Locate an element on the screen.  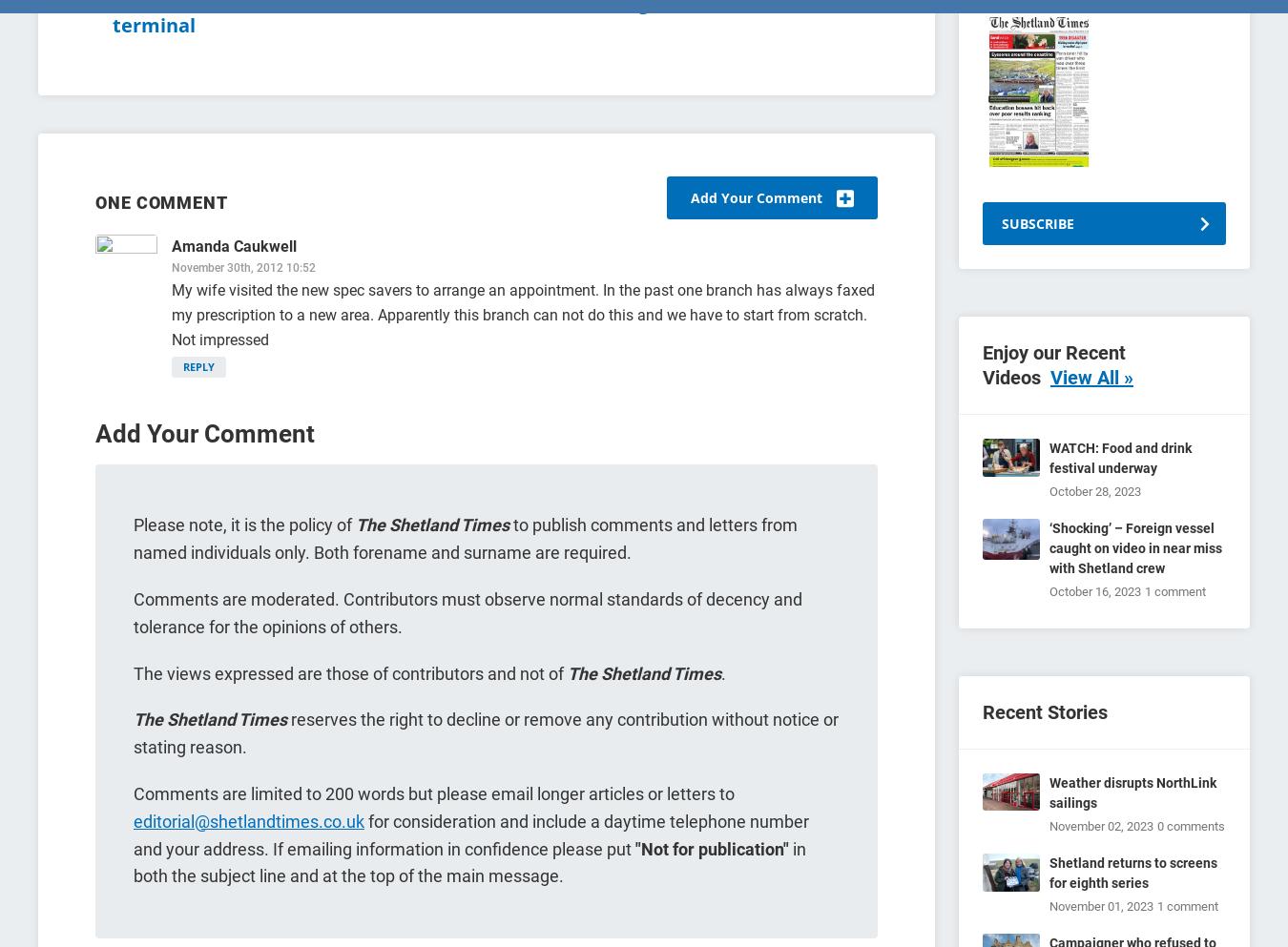
'October 28, 2023' is located at coordinates (1094, 491).